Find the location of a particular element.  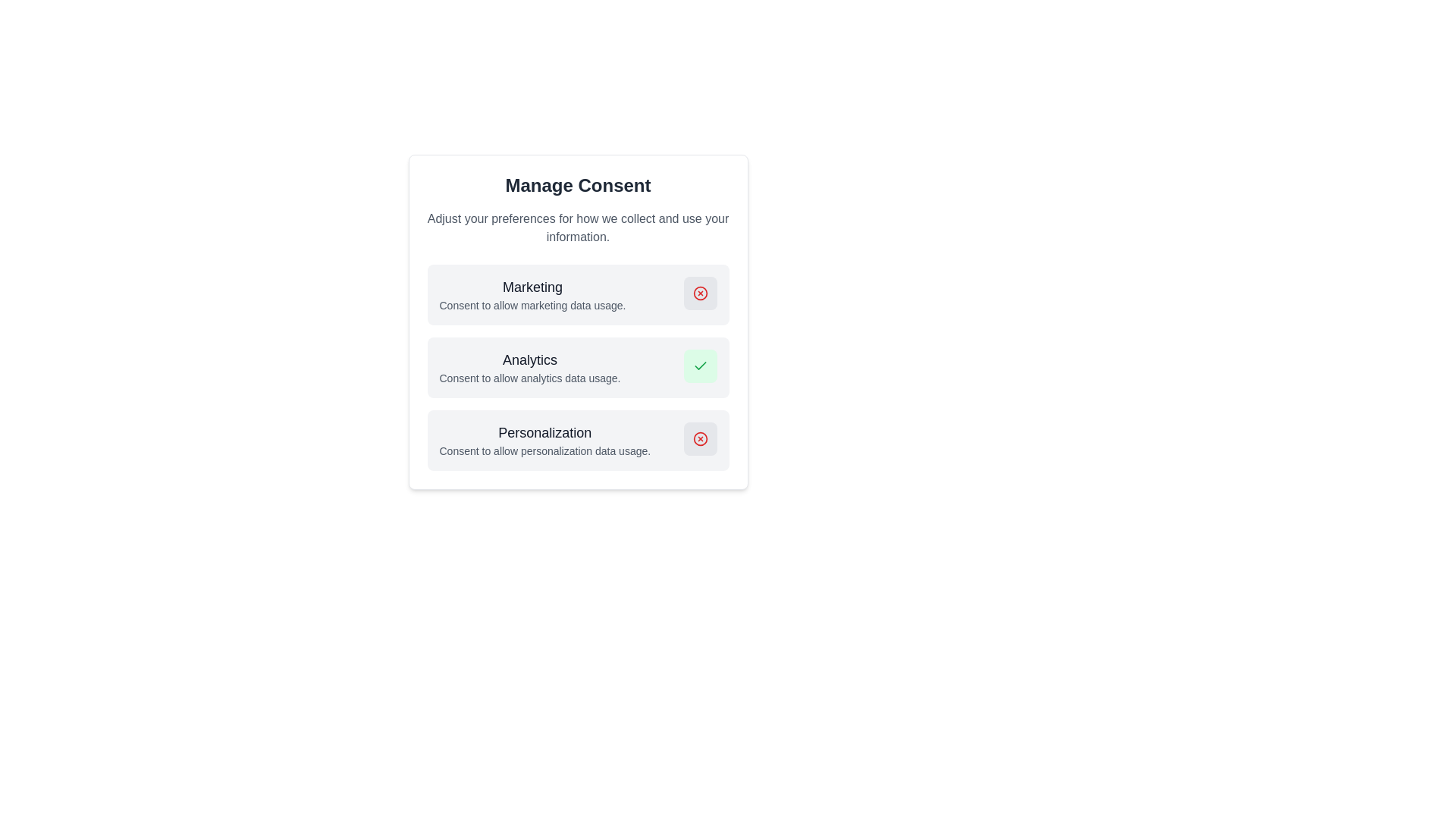

the 'Personalization' consent section title located at the top center of the viewport, below the 'Analytics' section is located at coordinates (544, 432).